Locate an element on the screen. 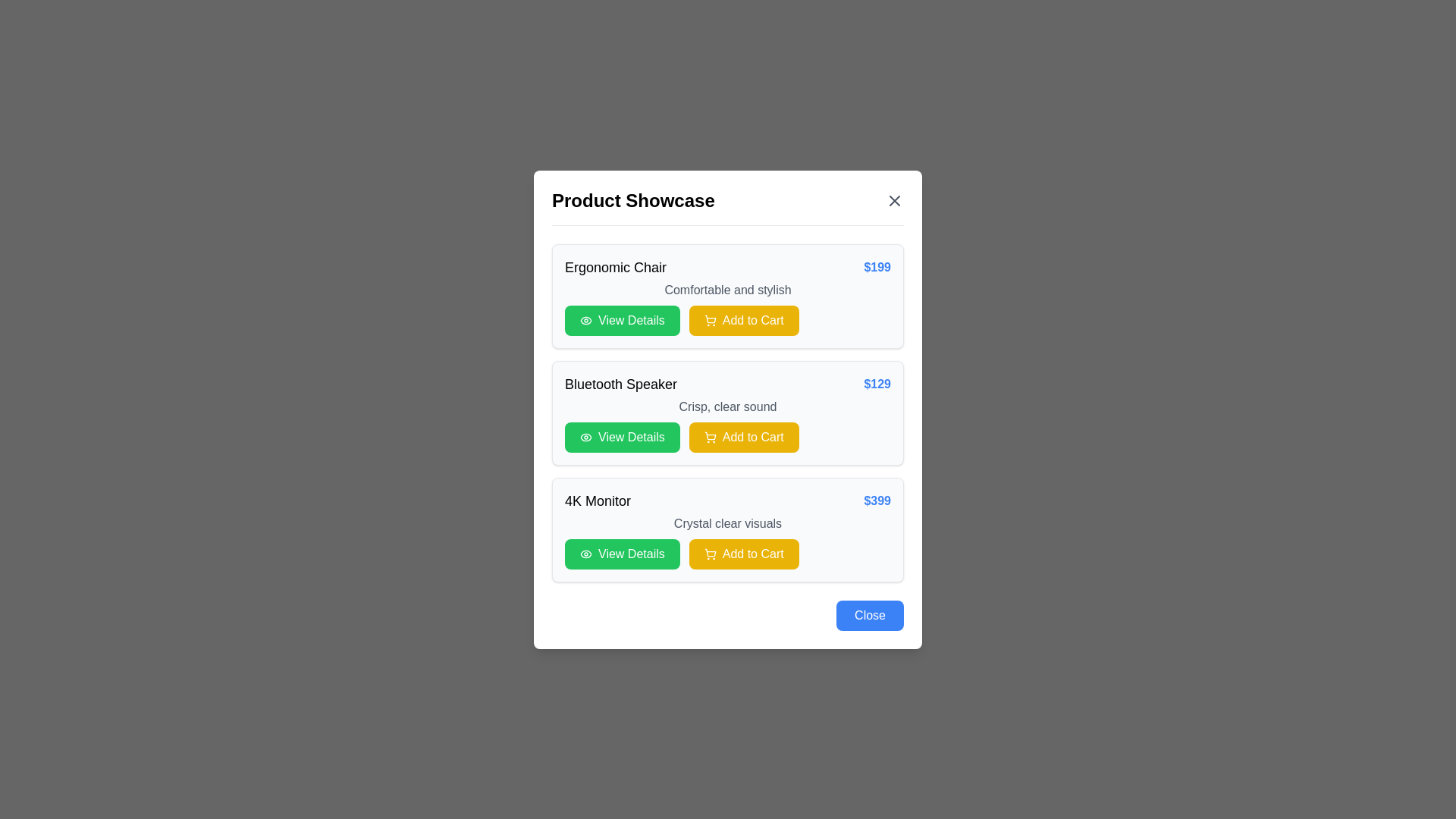 Image resolution: width=1456 pixels, height=819 pixels. the green 'View Details' button is located at coordinates (631, 319).